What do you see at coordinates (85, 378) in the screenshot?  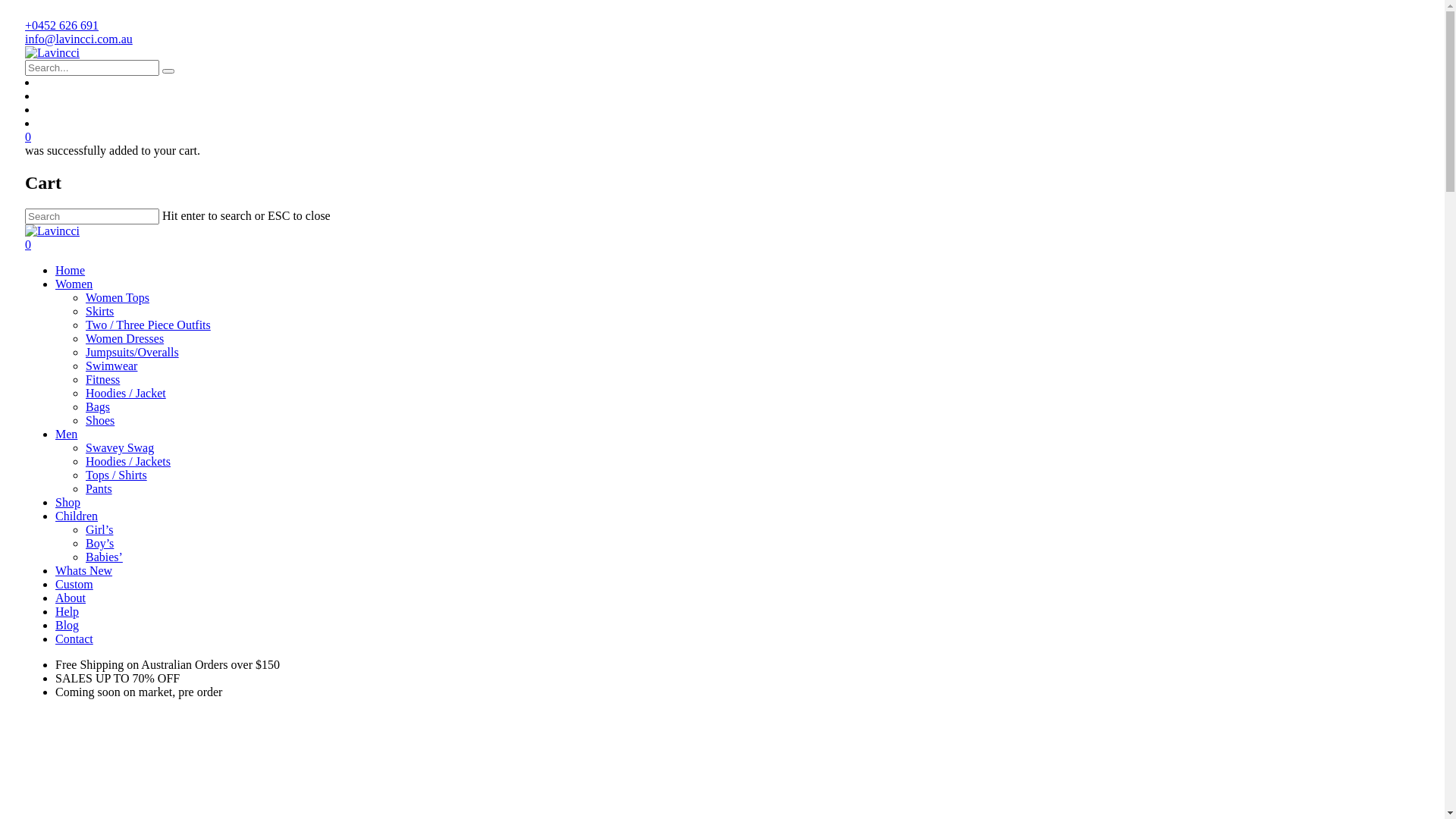 I see `'Fitness'` at bounding box center [85, 378].